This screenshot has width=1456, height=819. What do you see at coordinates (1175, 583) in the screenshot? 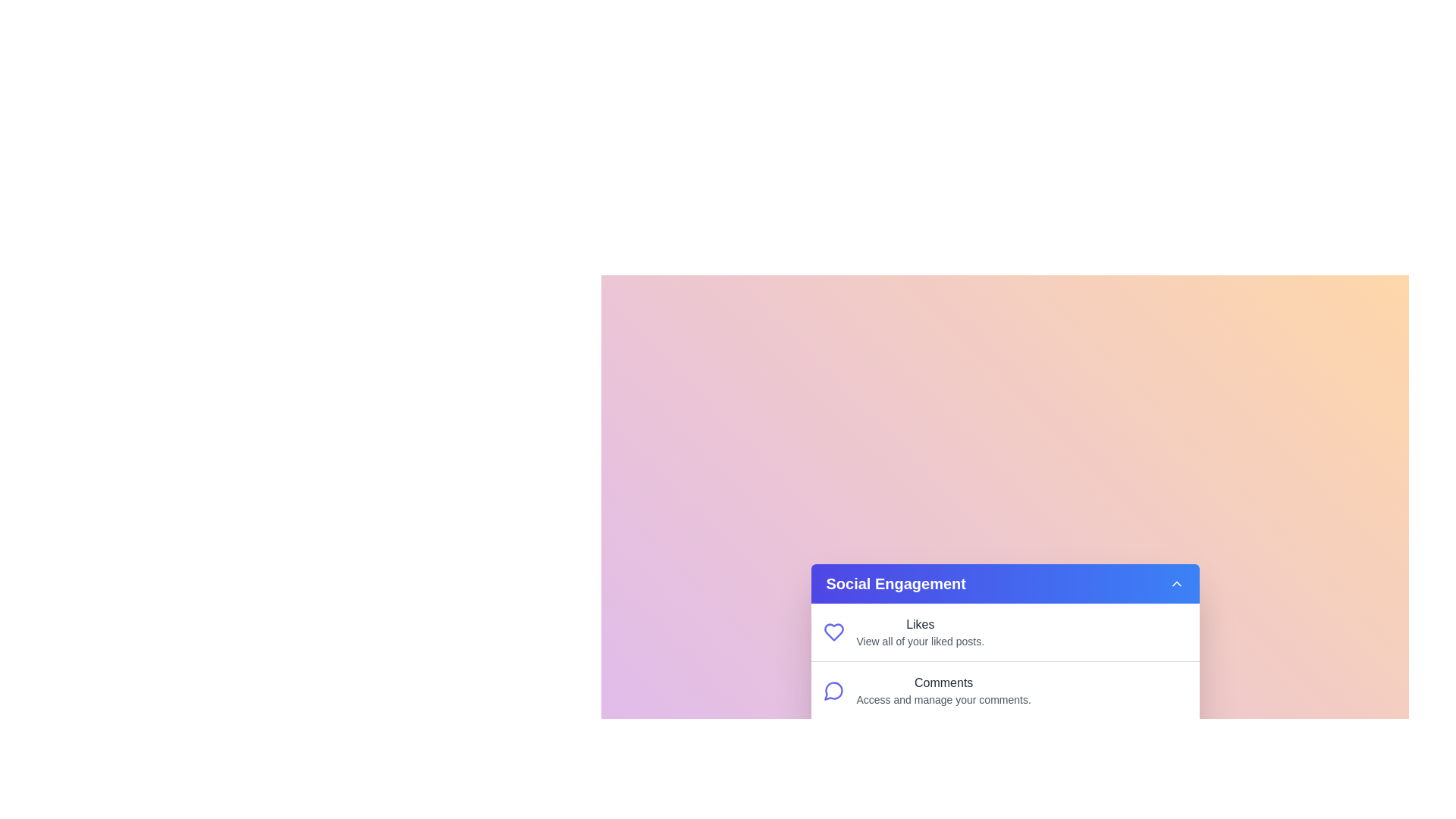
I see `toggle button to expand or collapse the menu` at bounding box center [1175, 583].